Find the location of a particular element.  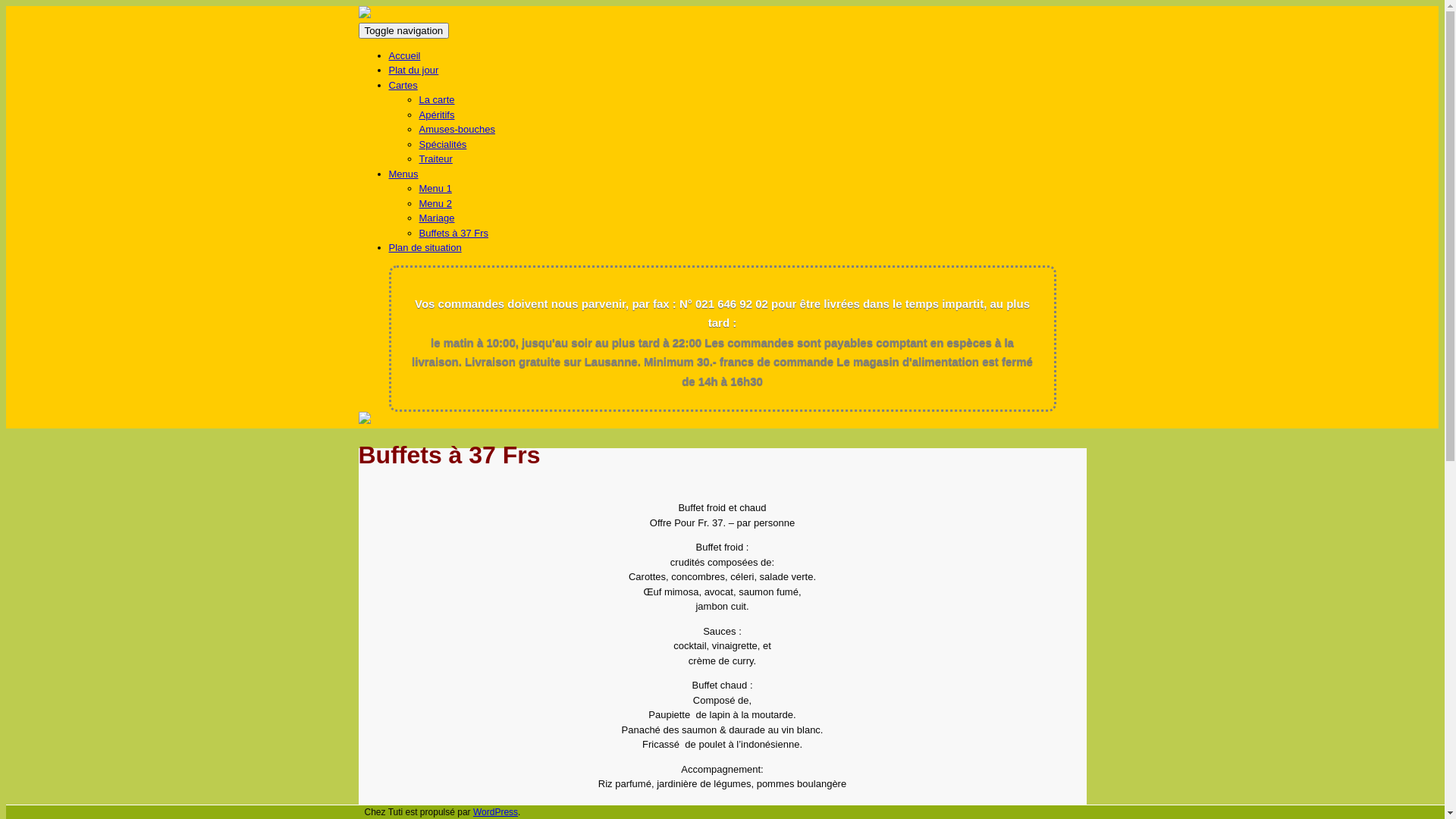

'Menu 2' is located at coordinates (434, 202).